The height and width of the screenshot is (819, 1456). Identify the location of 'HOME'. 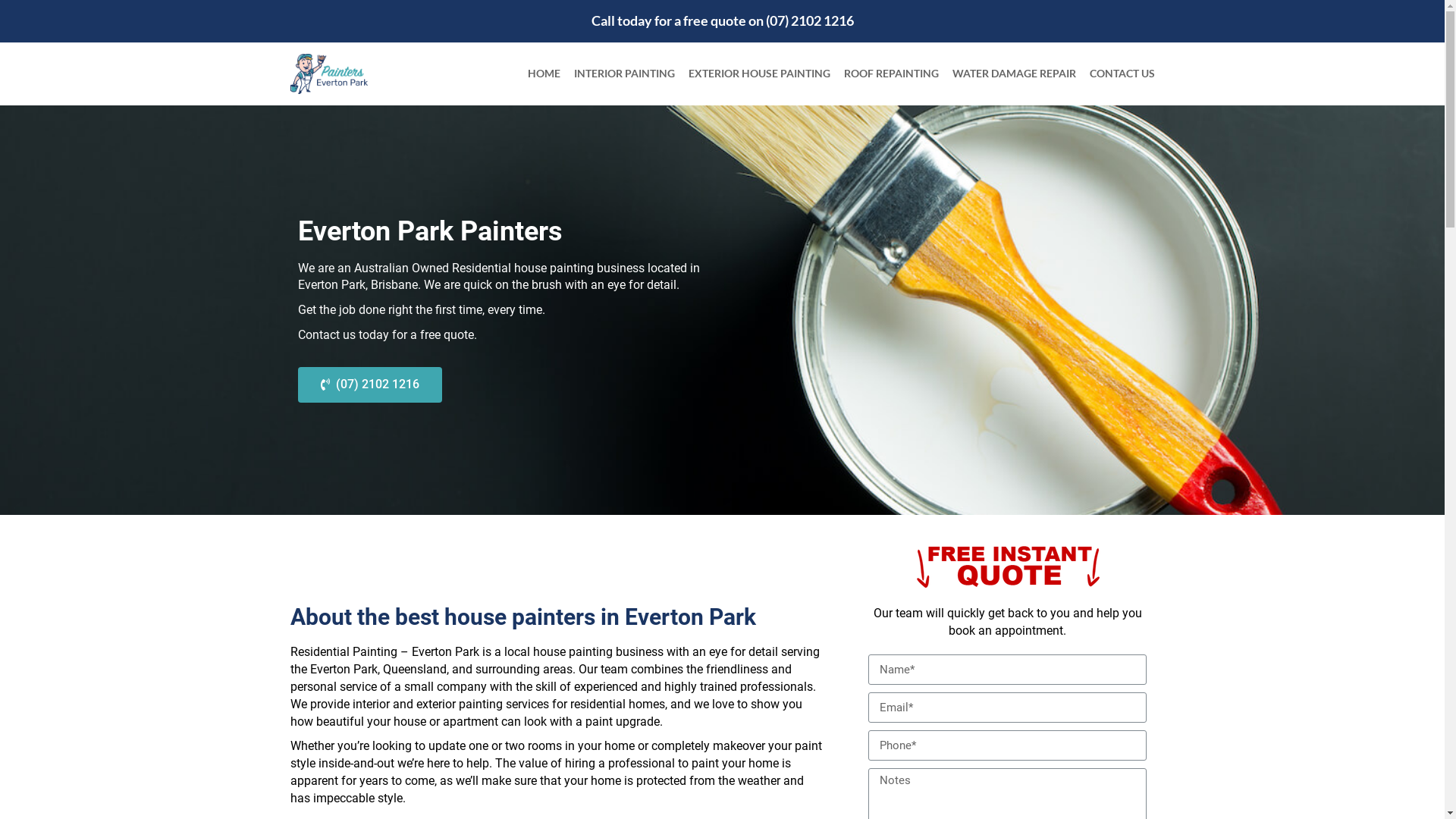
(544, 73).